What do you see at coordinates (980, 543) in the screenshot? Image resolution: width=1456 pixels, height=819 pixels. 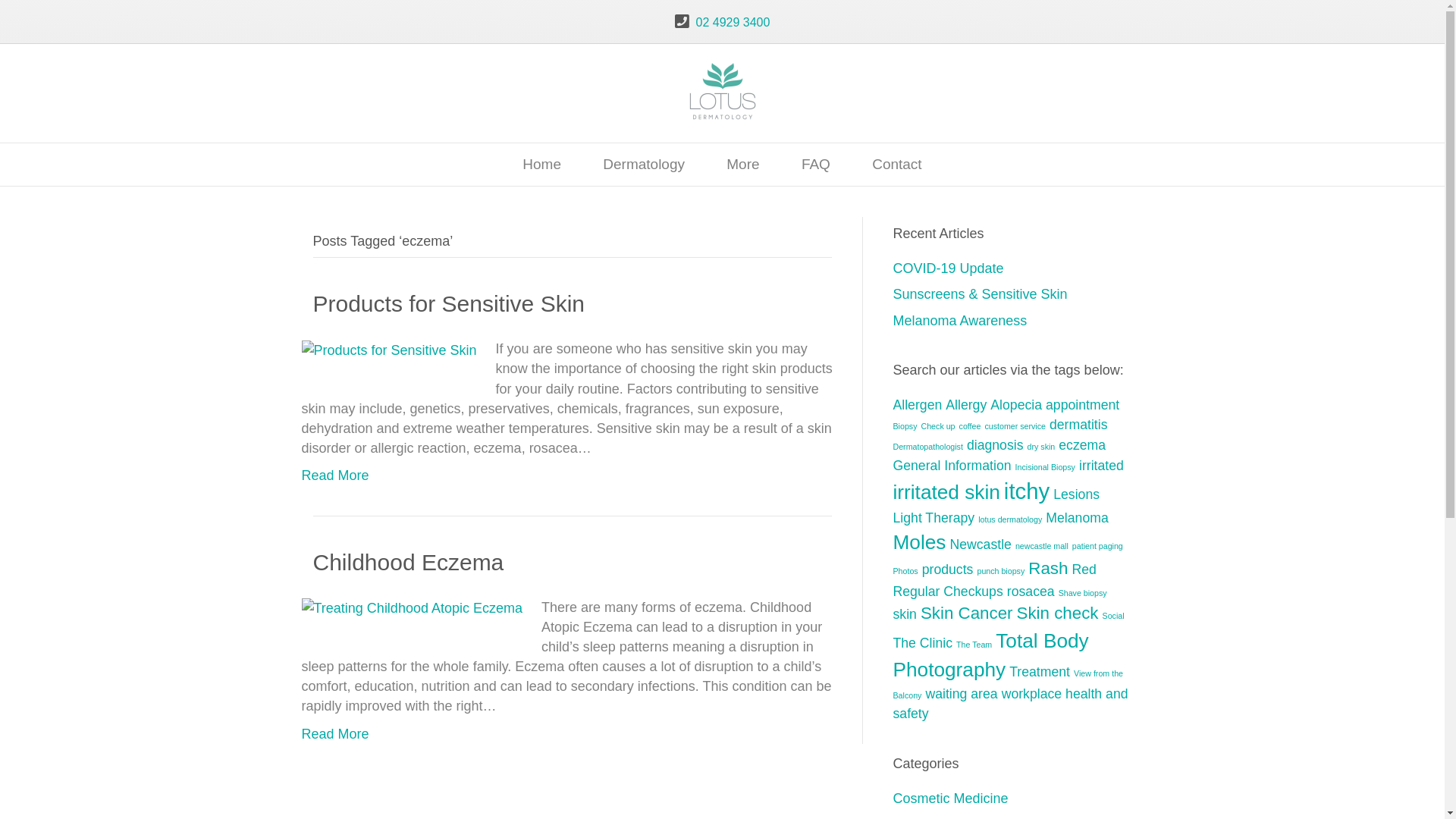 I see `'Newcastle'` at bounding box center [980, 543].